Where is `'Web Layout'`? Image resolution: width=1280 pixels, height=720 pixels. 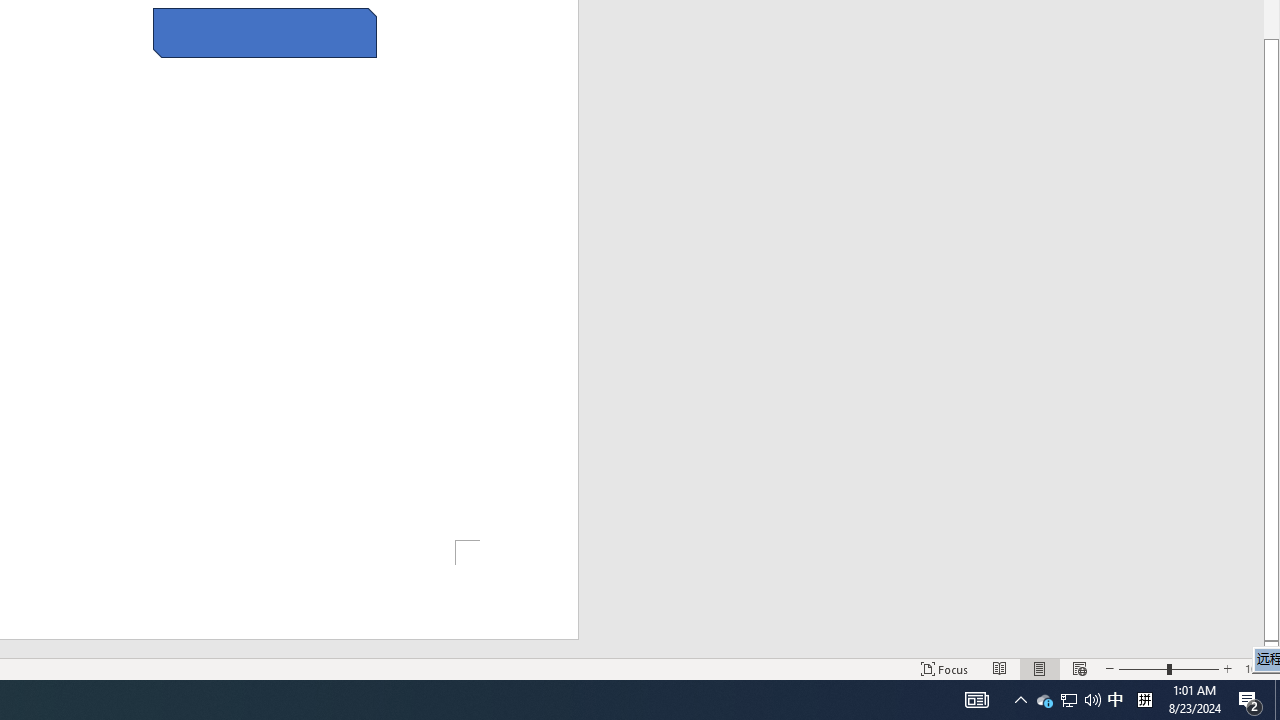 'Web Layout' is located at coordinates (1078, 669).